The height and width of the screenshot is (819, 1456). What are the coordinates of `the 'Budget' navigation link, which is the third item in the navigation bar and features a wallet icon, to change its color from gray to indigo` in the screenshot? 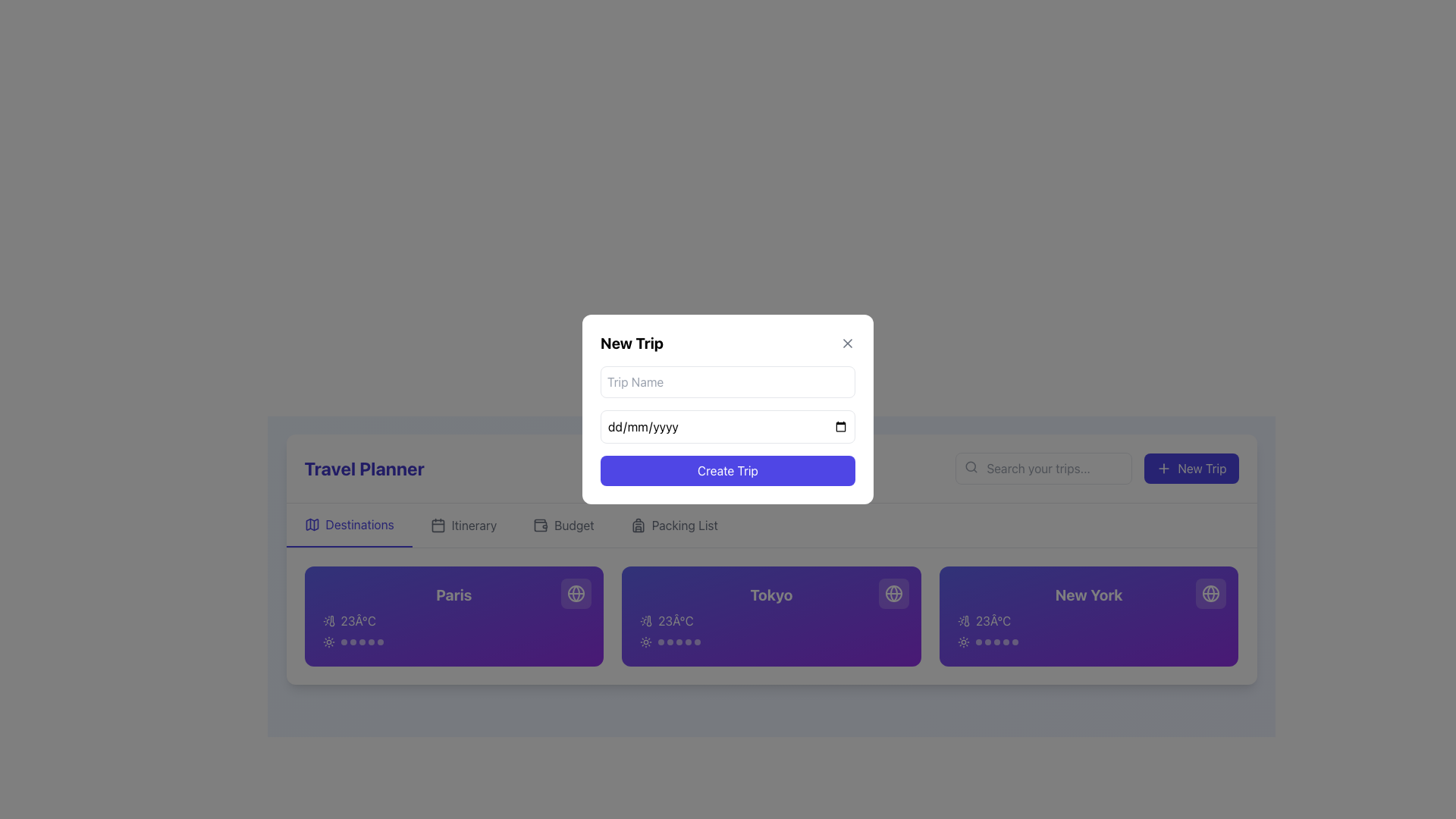 It's located at (563, 525).